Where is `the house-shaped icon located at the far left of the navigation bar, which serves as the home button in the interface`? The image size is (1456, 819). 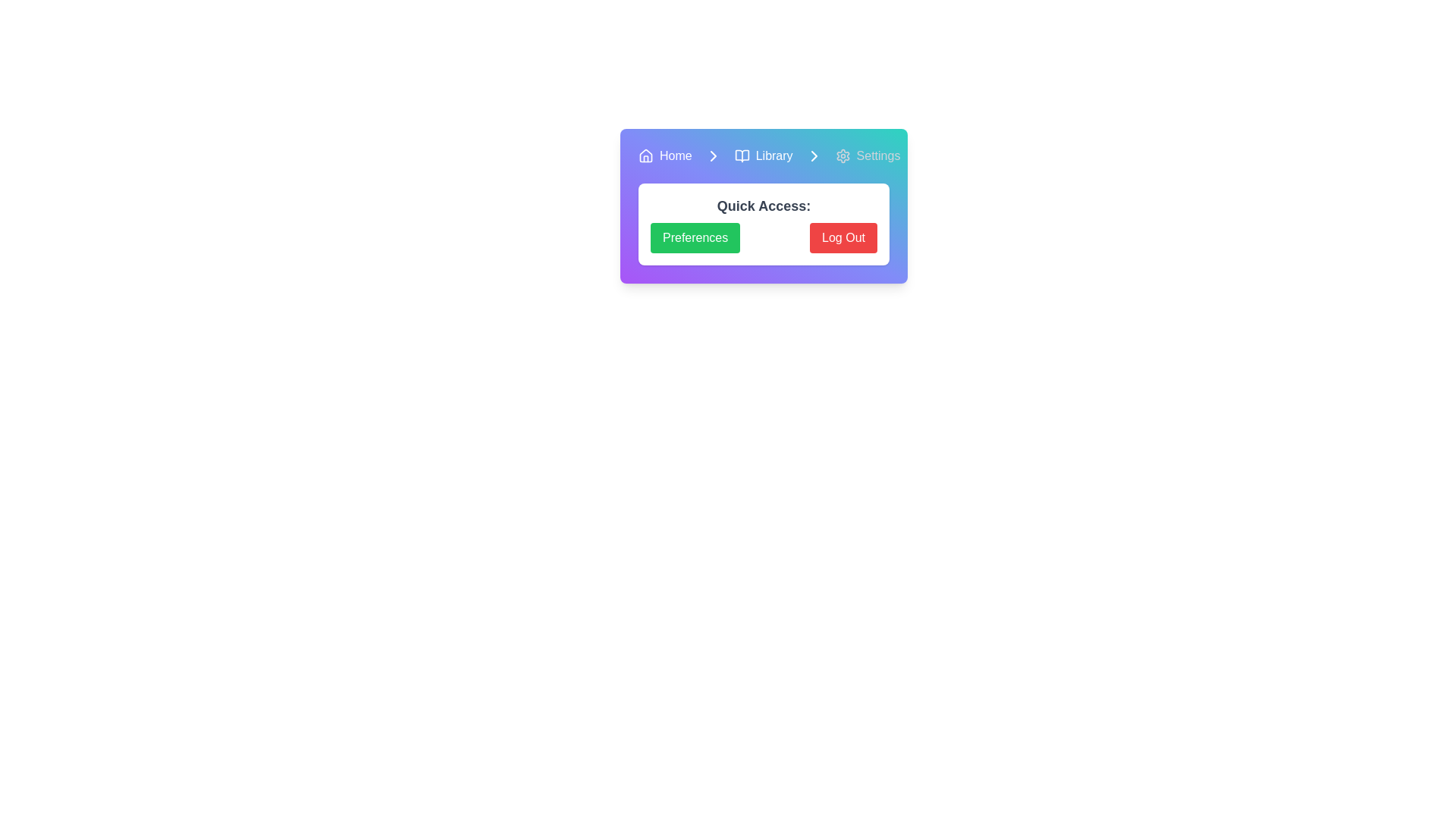 the house-shaped icon located at the far left of the navigation bar, which serves as the home button in the interface is located at coordinates (645, 155).